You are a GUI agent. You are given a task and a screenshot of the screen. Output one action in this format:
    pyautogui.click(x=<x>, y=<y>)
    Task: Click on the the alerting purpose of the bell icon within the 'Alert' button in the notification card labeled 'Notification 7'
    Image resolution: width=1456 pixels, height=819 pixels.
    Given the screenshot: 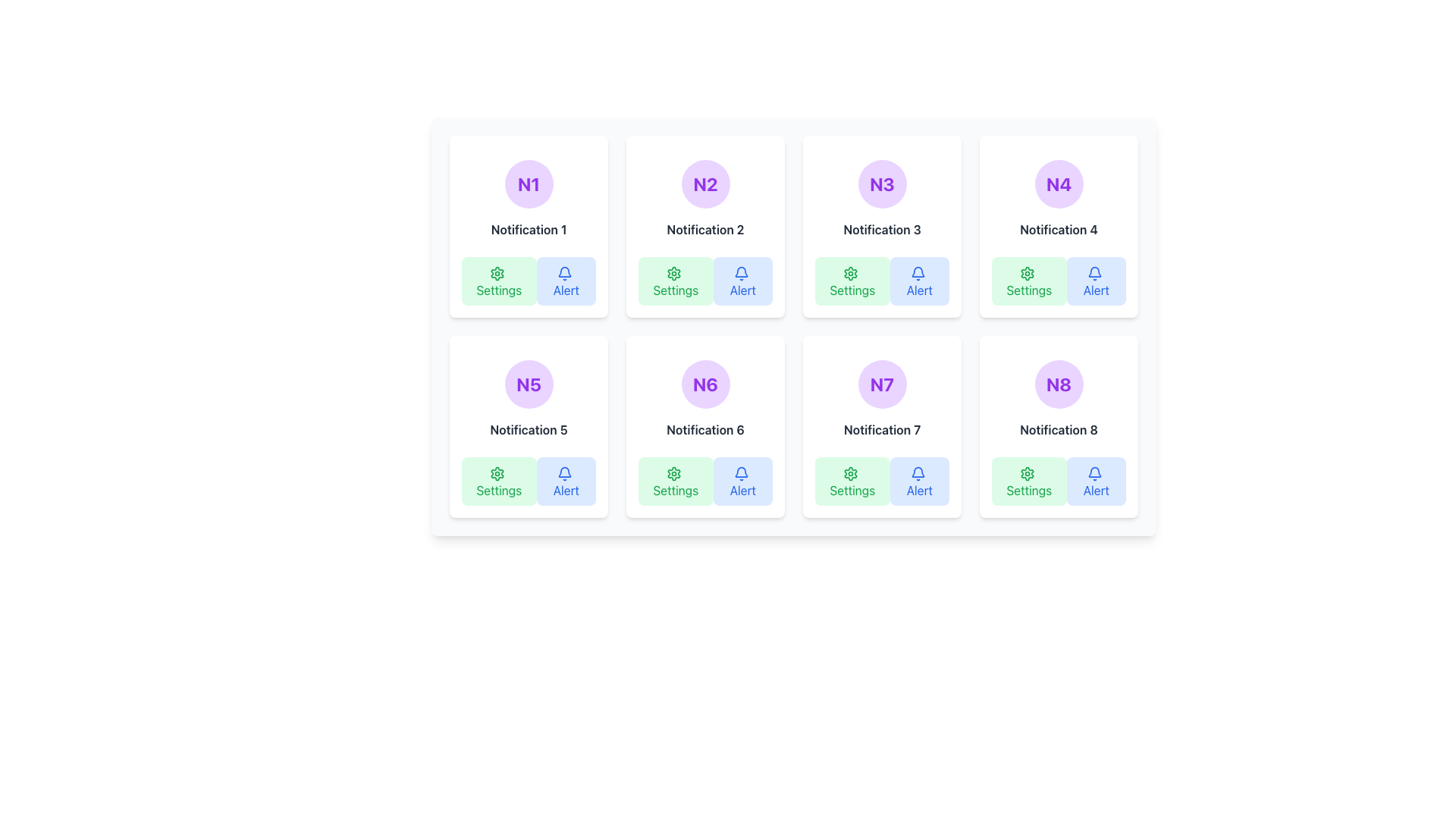 What is the action you would take?
    pyautogui.click(x=917, y=471)
    